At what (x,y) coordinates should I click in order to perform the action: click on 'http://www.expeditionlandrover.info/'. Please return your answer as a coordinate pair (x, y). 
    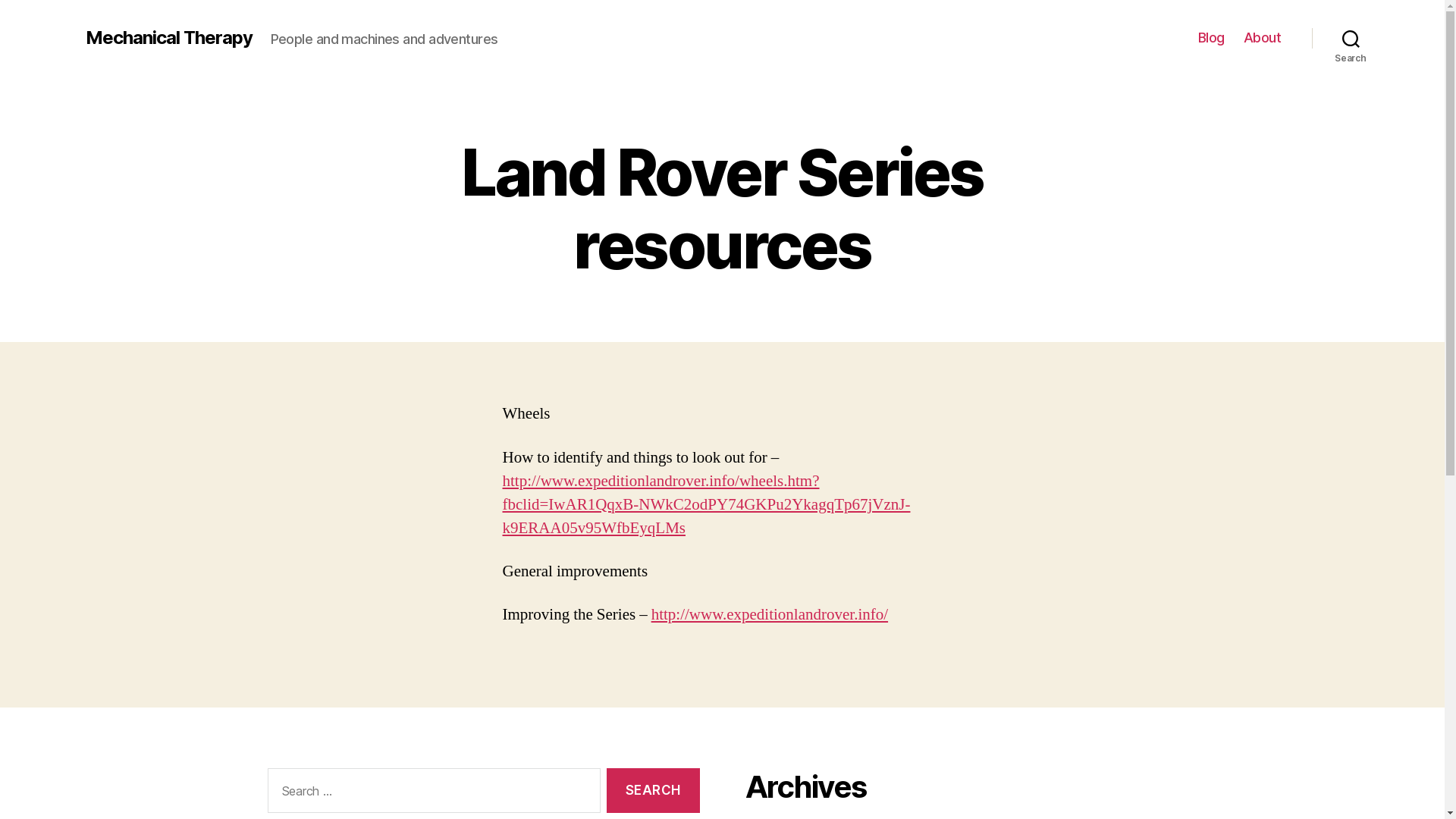
    Looking at the image, I should click on (769, 614).